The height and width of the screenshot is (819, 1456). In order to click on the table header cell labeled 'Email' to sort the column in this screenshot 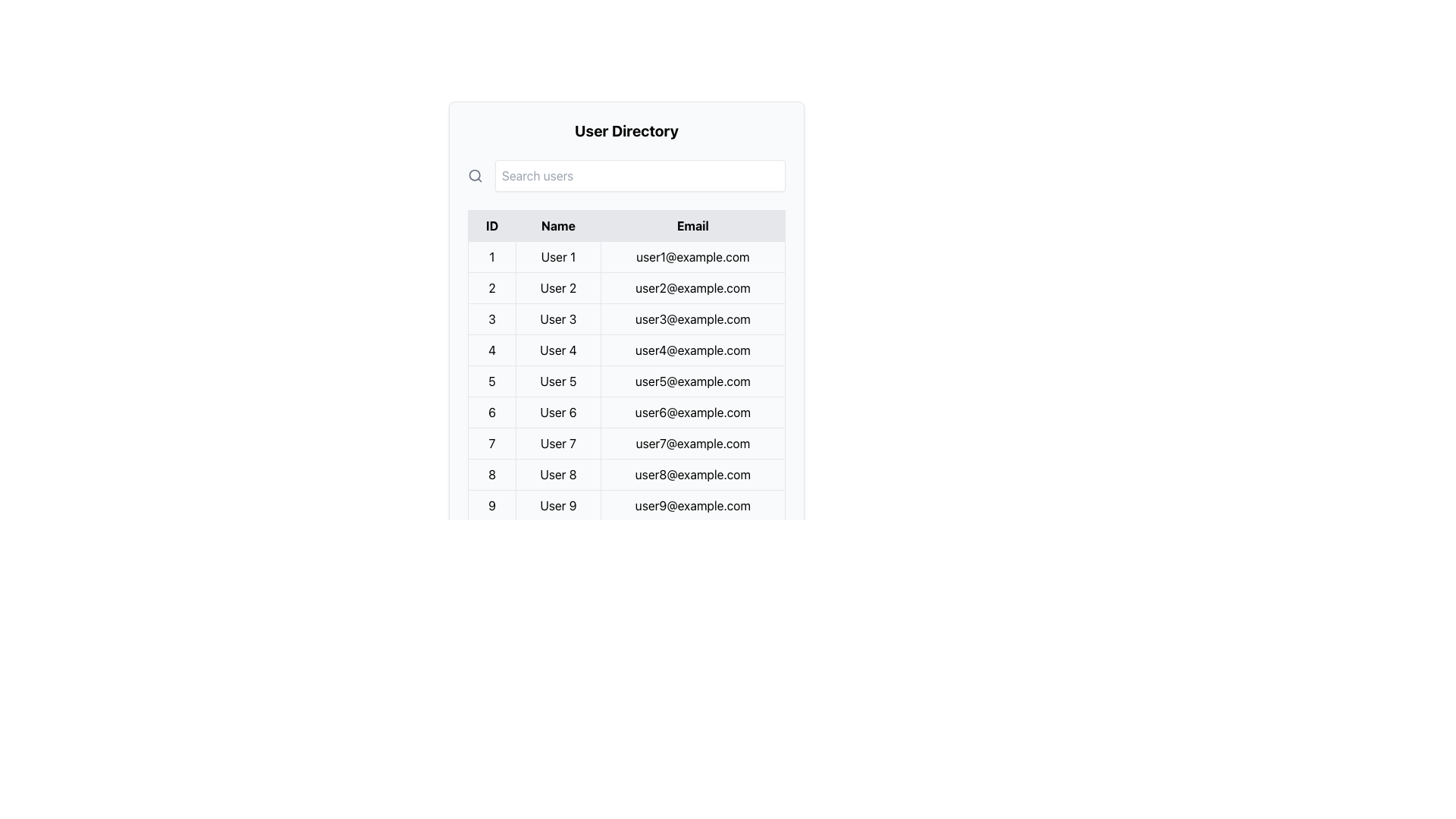, I will do `click(692, 225)`.